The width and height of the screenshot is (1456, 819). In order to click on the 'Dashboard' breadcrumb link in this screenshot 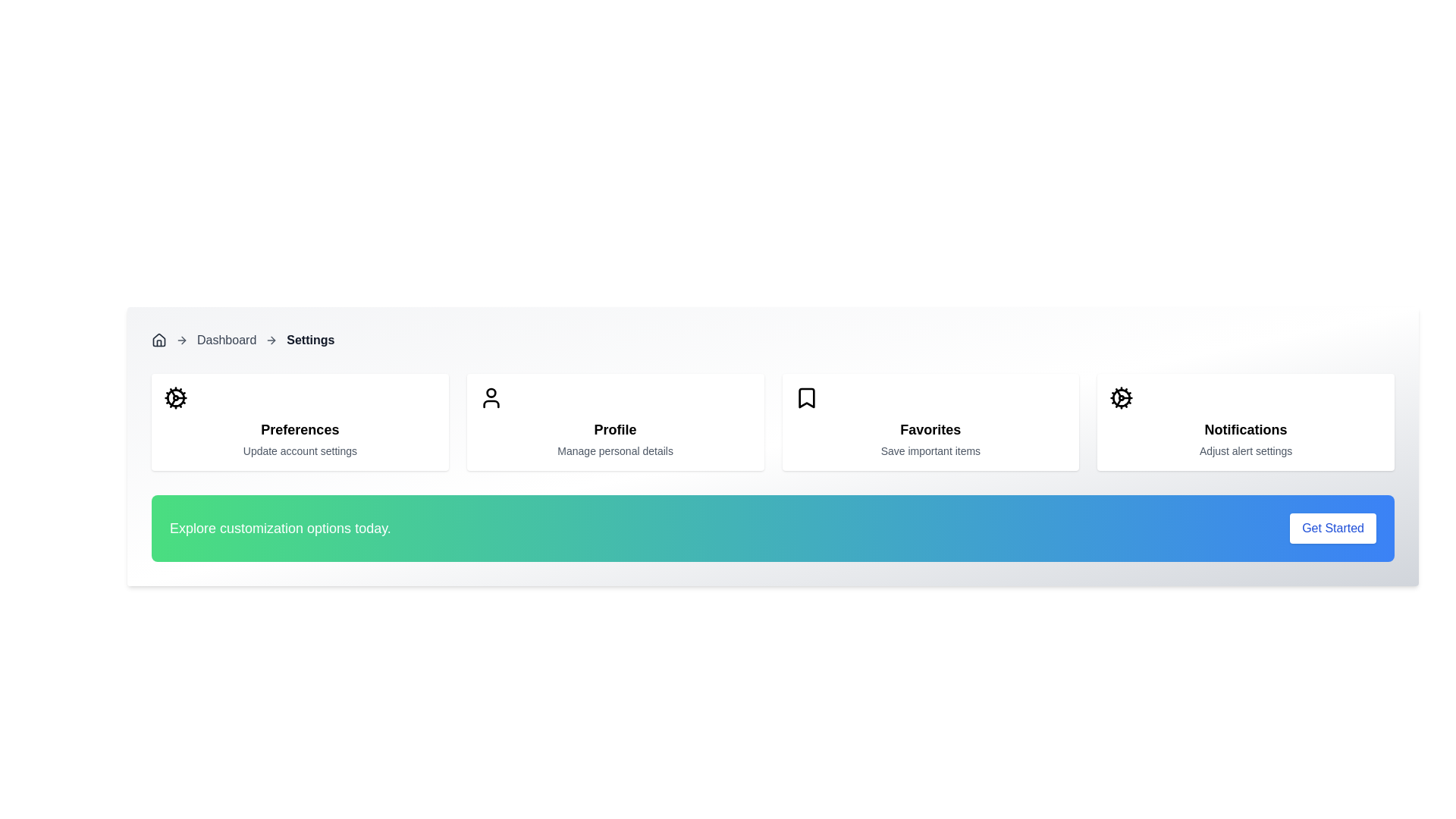, I will do `click(226, 339)`.